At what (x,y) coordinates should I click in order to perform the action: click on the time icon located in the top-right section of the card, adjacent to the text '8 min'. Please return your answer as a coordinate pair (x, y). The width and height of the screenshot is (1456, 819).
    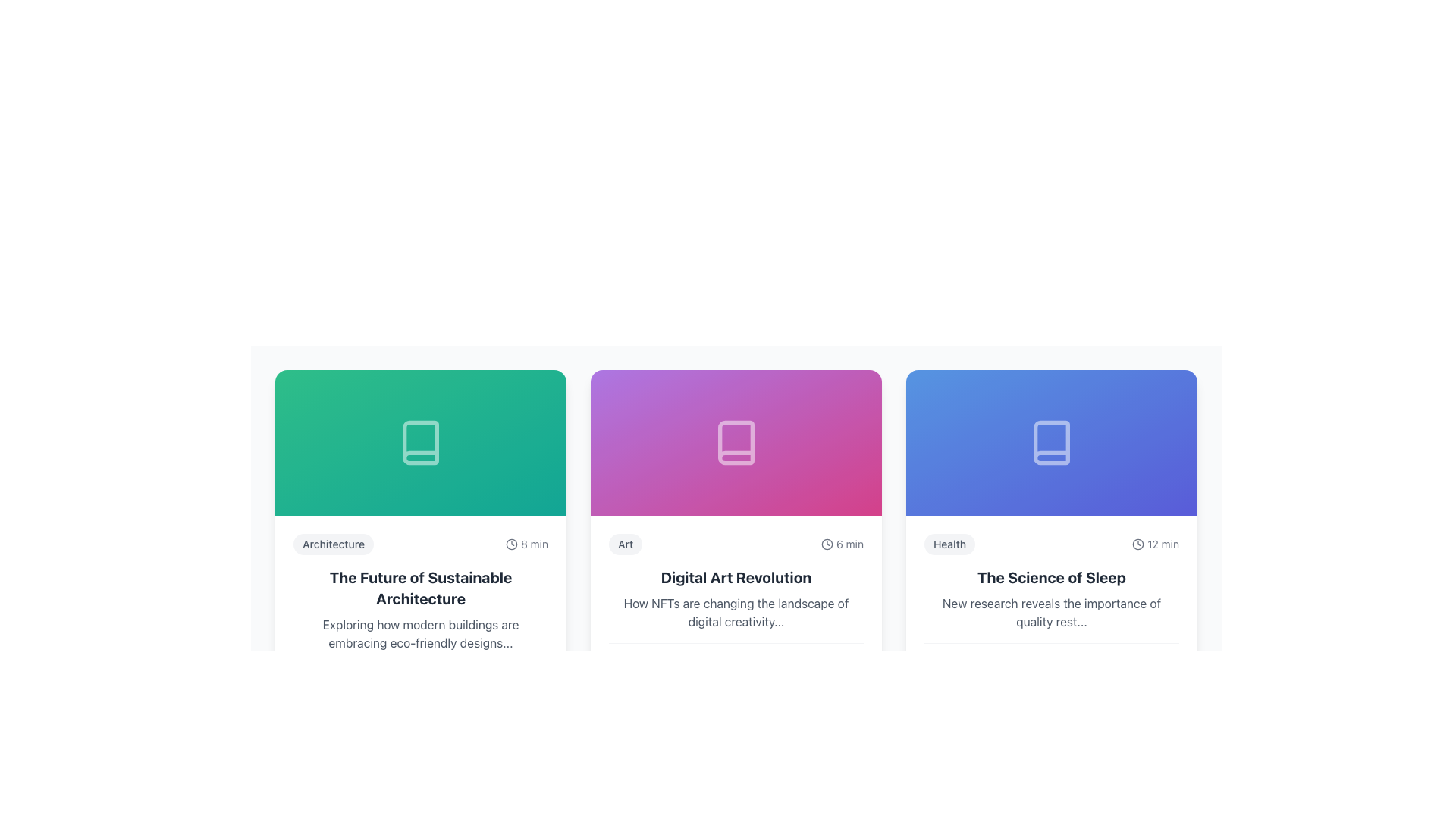
    Looking at the image, I should click on (512, 543).